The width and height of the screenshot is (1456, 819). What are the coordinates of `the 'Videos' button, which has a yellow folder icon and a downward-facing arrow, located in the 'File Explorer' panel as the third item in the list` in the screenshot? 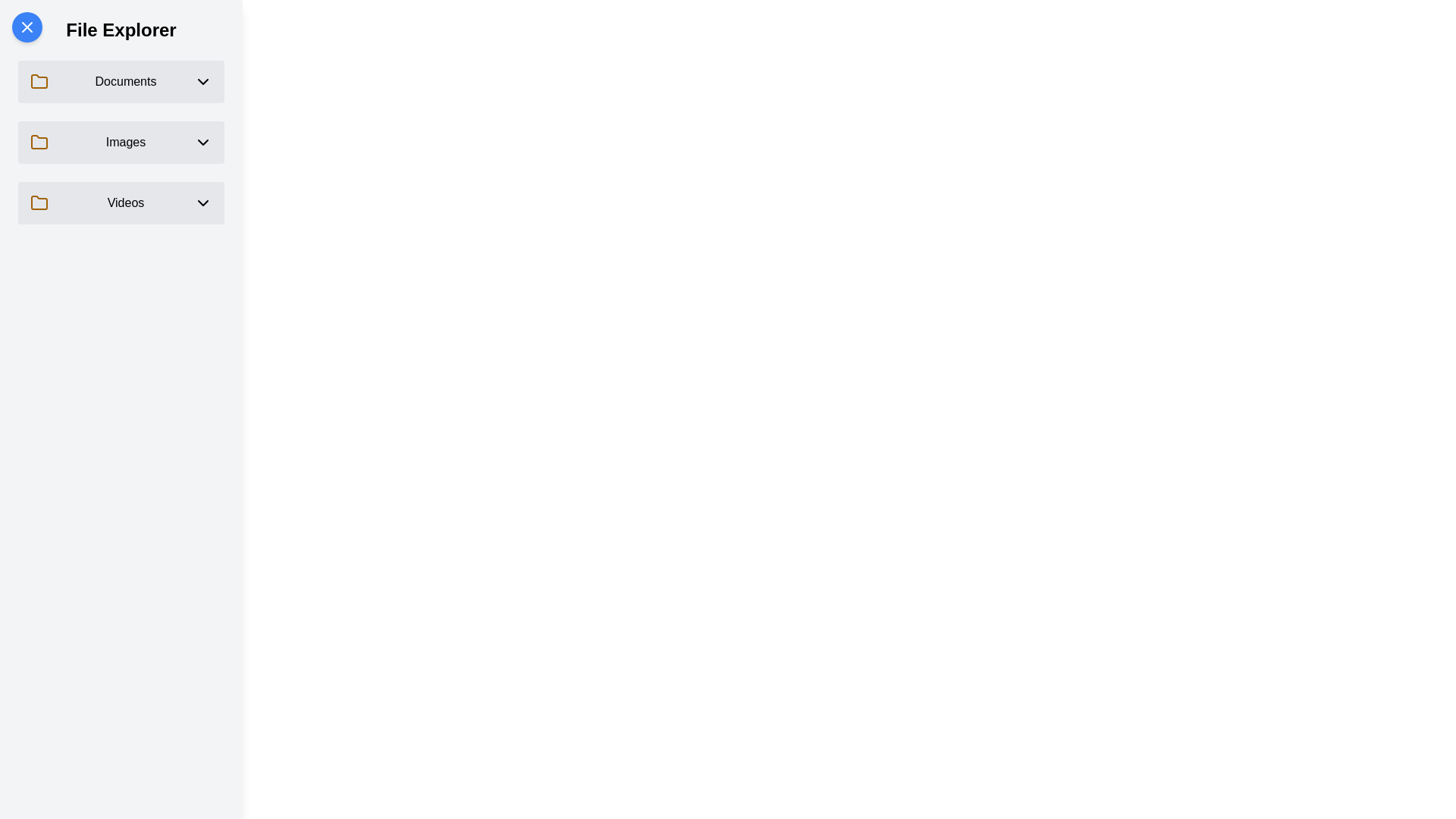 It's located at (120, 202).